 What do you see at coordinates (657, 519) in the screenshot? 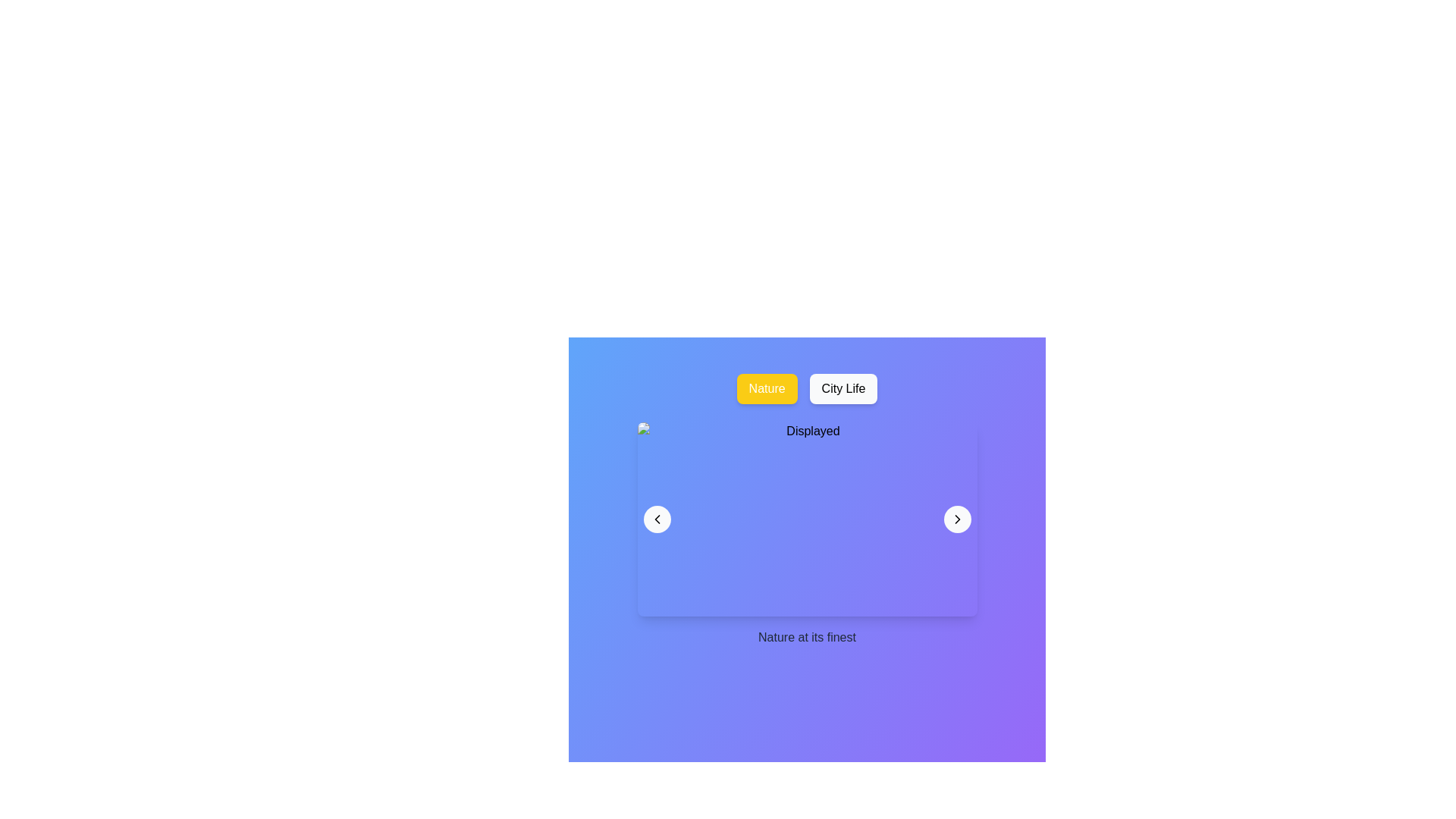
I see `the leftward chevron arrow icon within the rounded button on the left side of the button pair` at bounding box center [657, 519].